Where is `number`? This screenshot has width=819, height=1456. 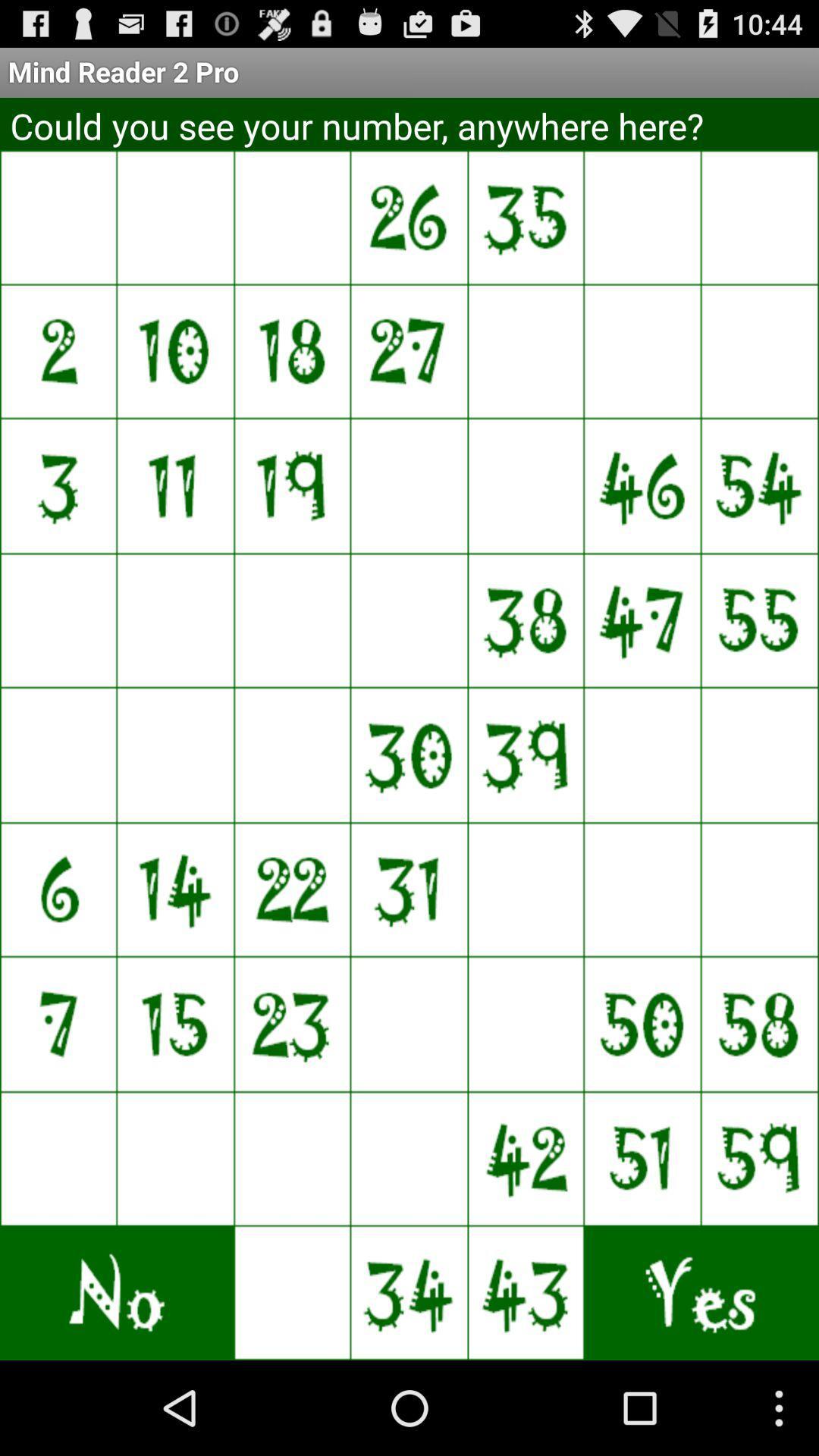 number is located at coordinates (643, 755).